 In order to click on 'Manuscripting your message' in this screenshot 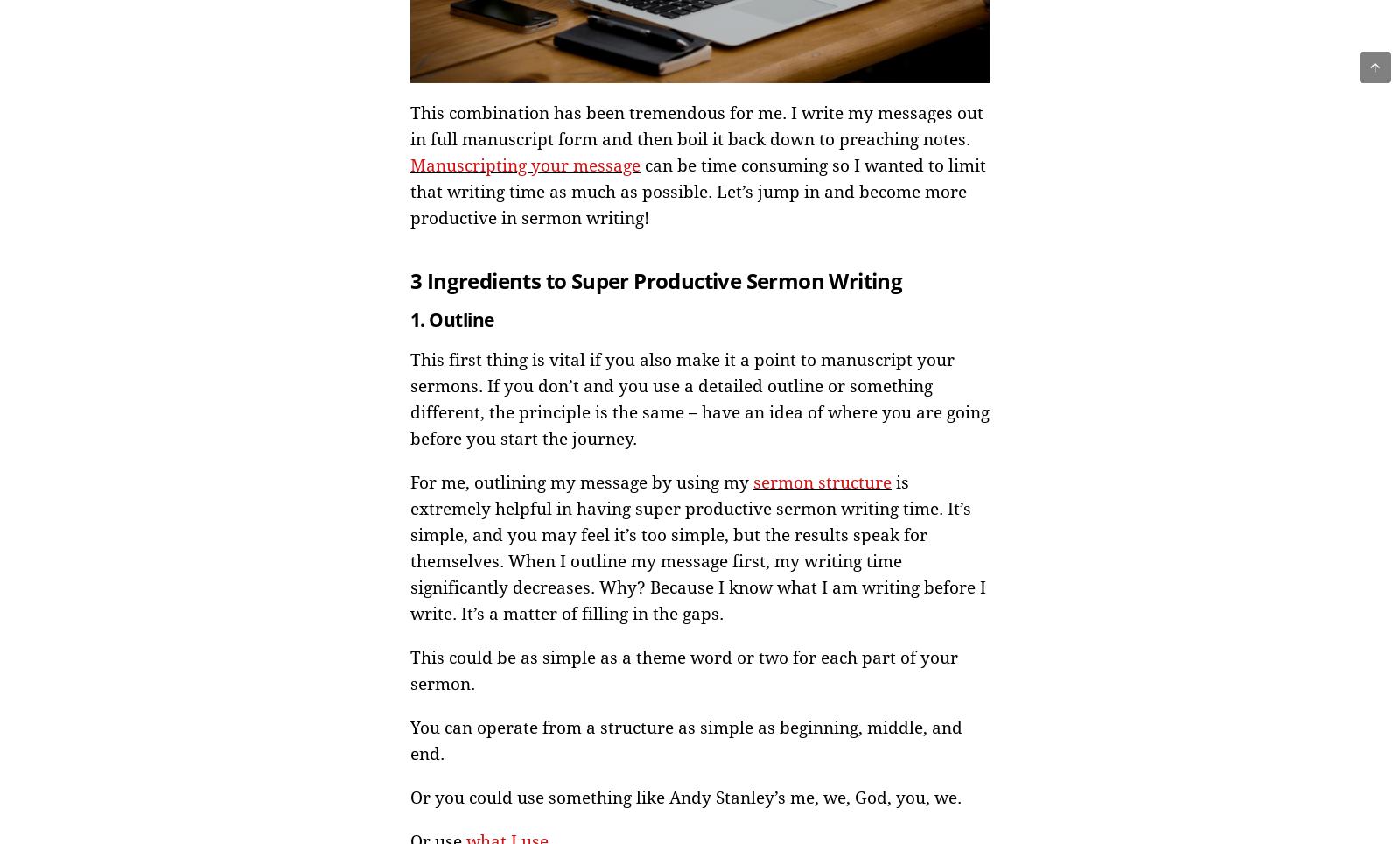, I will do `click(524, 164)`.